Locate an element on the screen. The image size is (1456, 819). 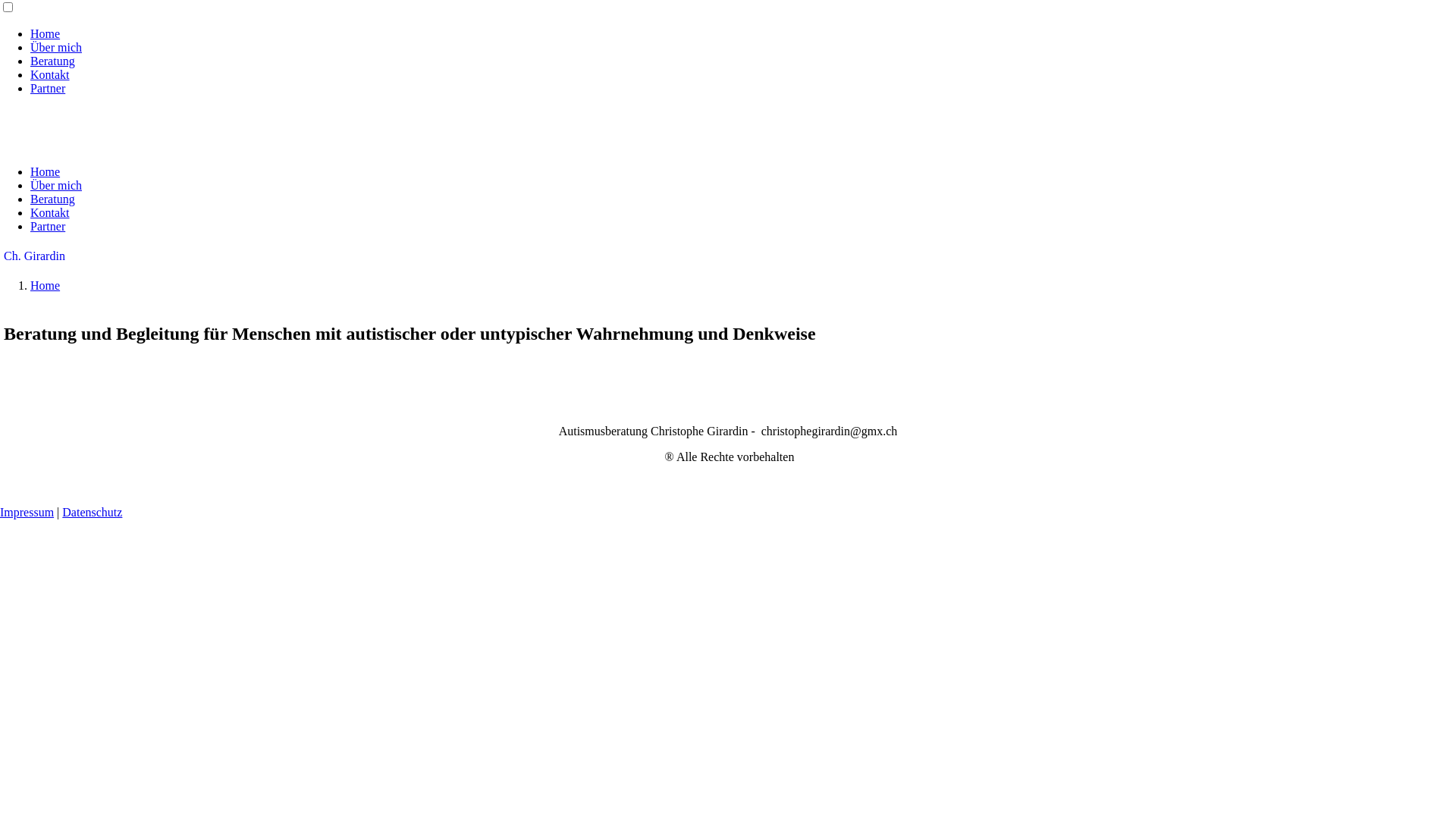
'Home' is located at coordinates (45, 171).